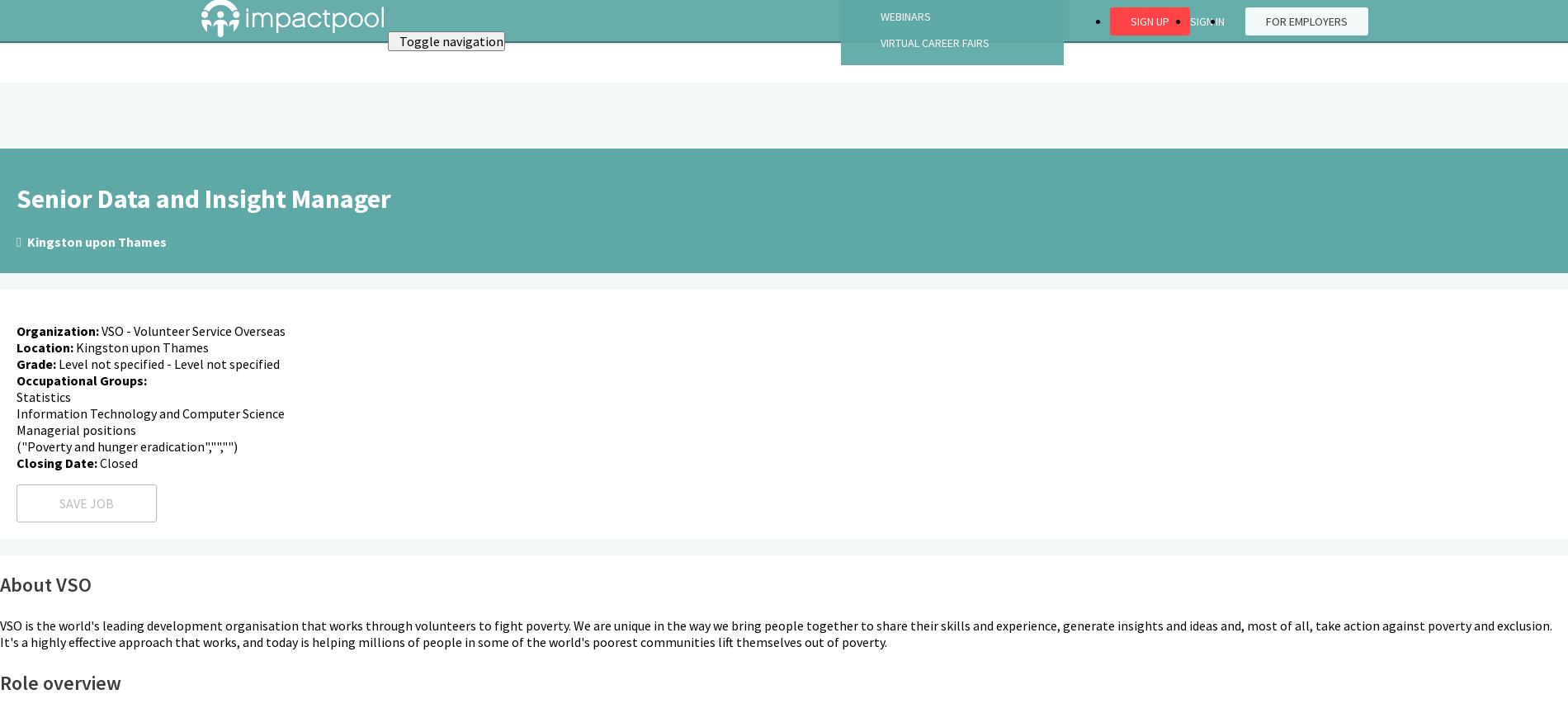 The width and height of the screenshot is (1568, 713). What do you see at coordinates (21, 53) in the screenshot?
I see `'Emergency Programming Coordinator'` at bounding box center [21, 53].